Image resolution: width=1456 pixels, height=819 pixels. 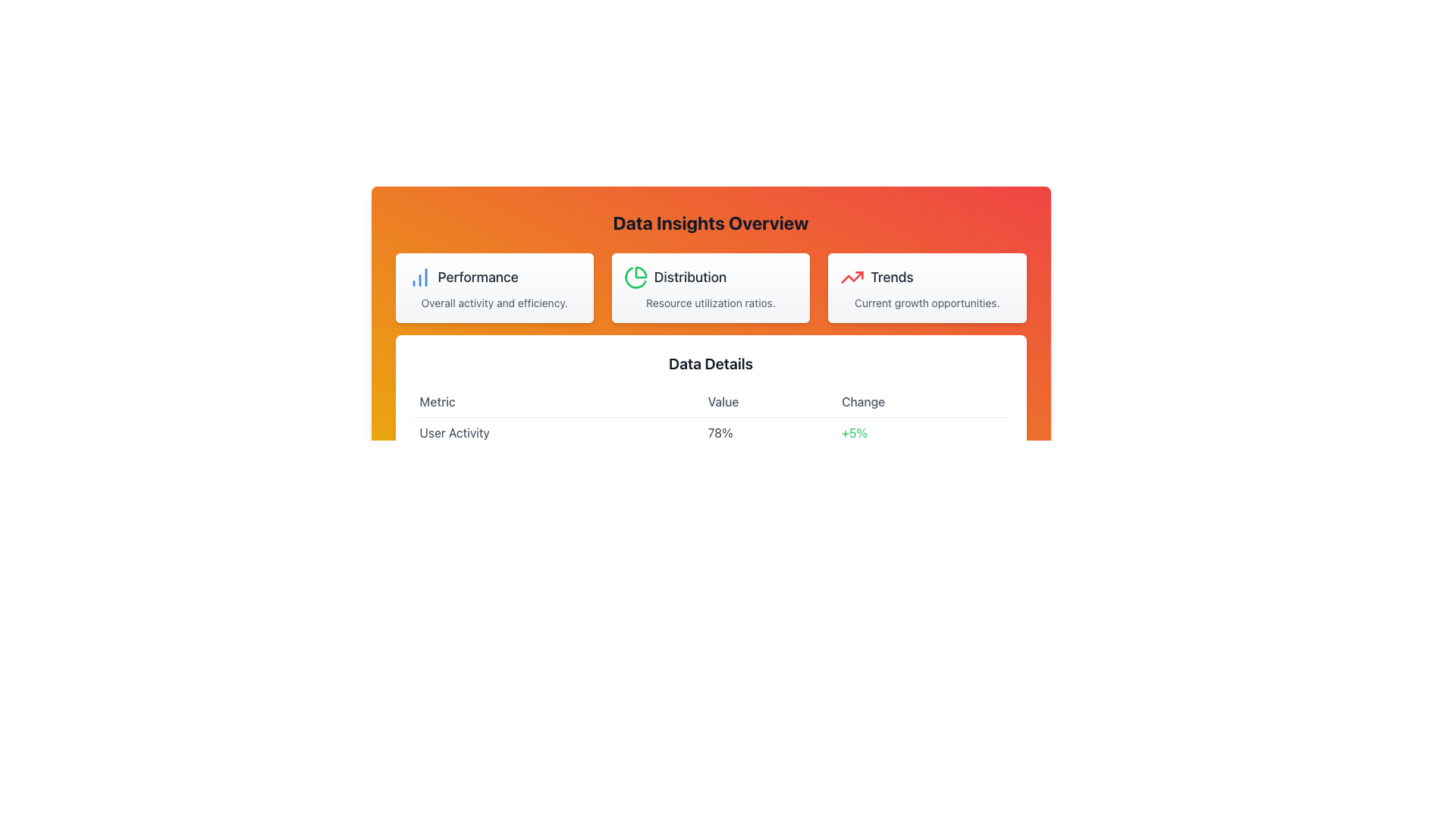 I want to click on the 'Trends' text label, which is styled in bold, medium-large font and dark gray color, located in the rightmost card of the 'Data Insights Overview' section, directly to the right of the upward trend line icon, so click(x=892, y=278).